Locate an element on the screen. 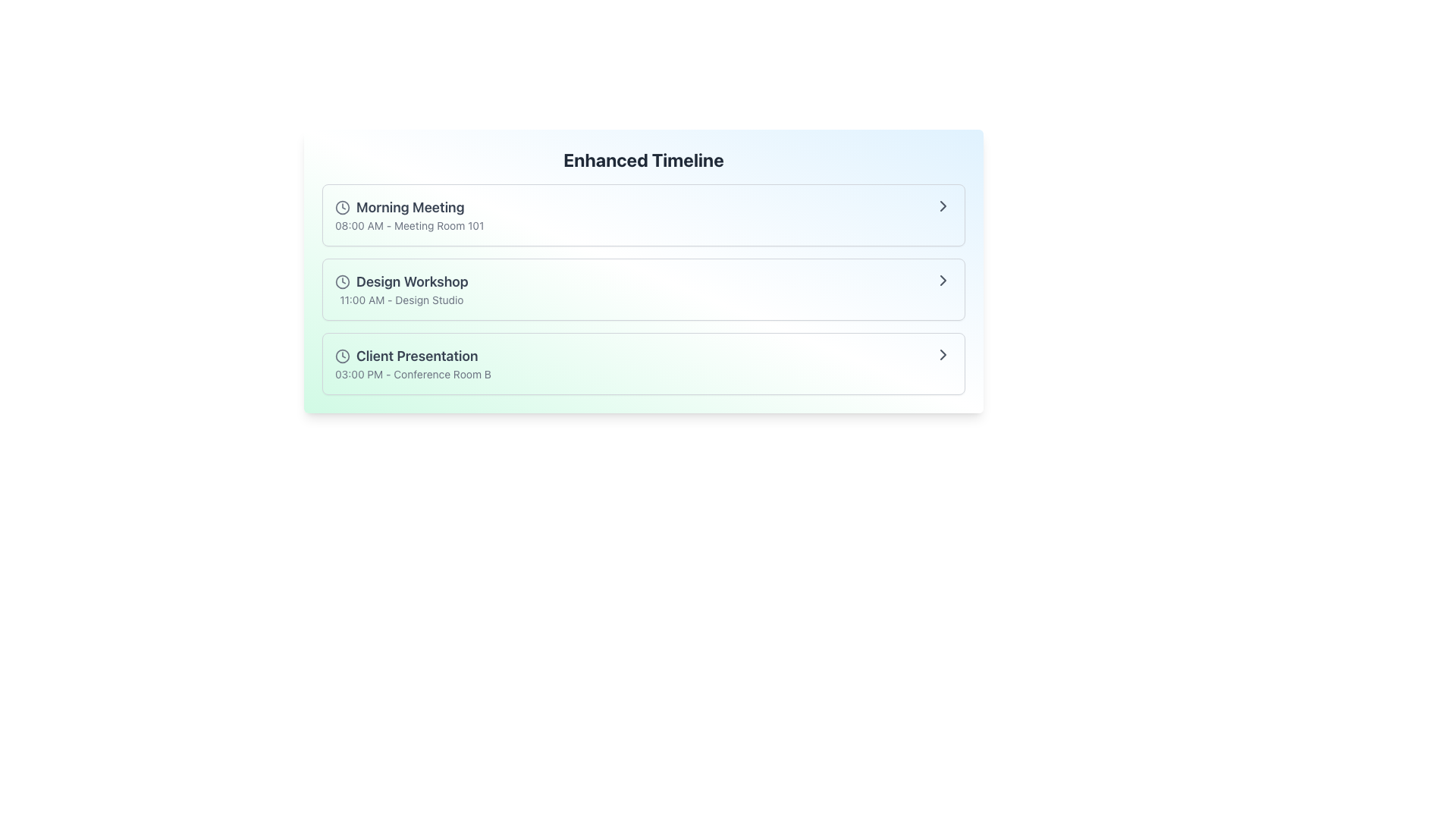  the informational text label displaying 'Client Presentation', which is the third item in the vertically stacked schedule list, positioned below 'Design Workshop' is located at coordinates (413, 356).